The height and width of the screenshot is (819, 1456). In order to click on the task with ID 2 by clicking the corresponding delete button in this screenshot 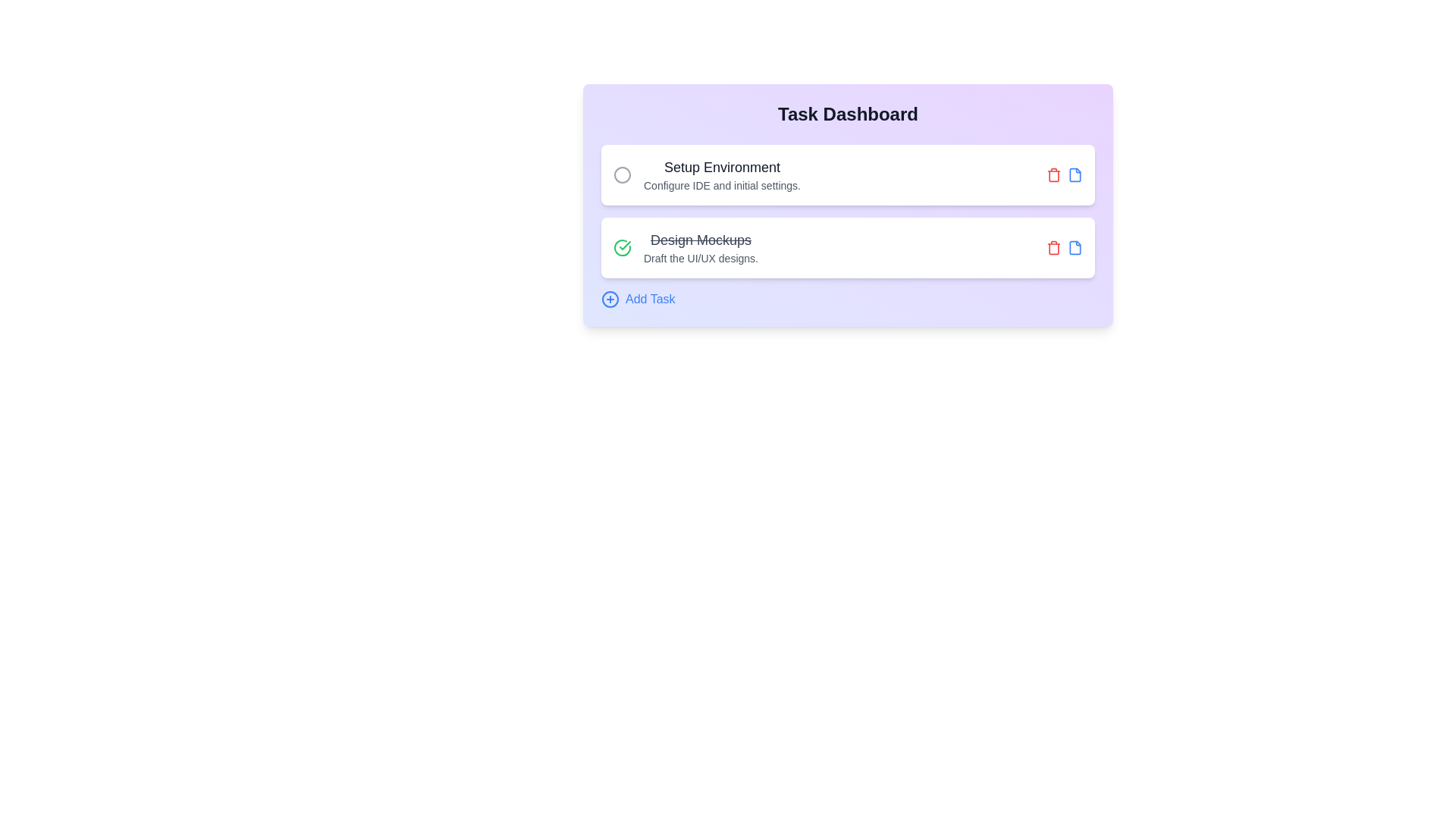, I will do `click(1053, 247)`.